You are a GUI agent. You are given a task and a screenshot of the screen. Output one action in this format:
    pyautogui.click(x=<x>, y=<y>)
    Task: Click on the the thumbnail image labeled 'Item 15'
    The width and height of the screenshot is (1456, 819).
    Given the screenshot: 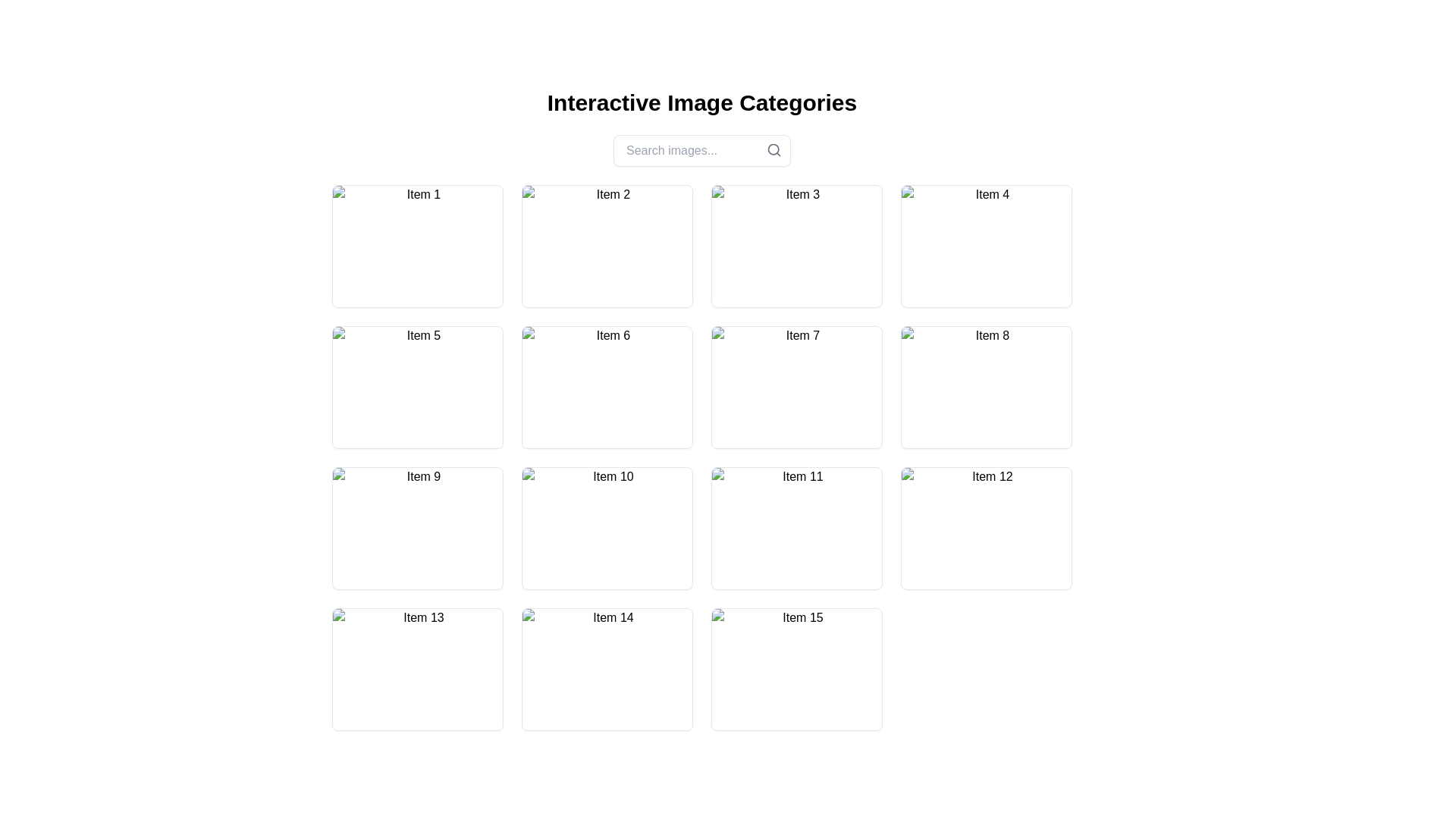 What is the action you would take?
    pyautogui.click(x=796, y=669)
    